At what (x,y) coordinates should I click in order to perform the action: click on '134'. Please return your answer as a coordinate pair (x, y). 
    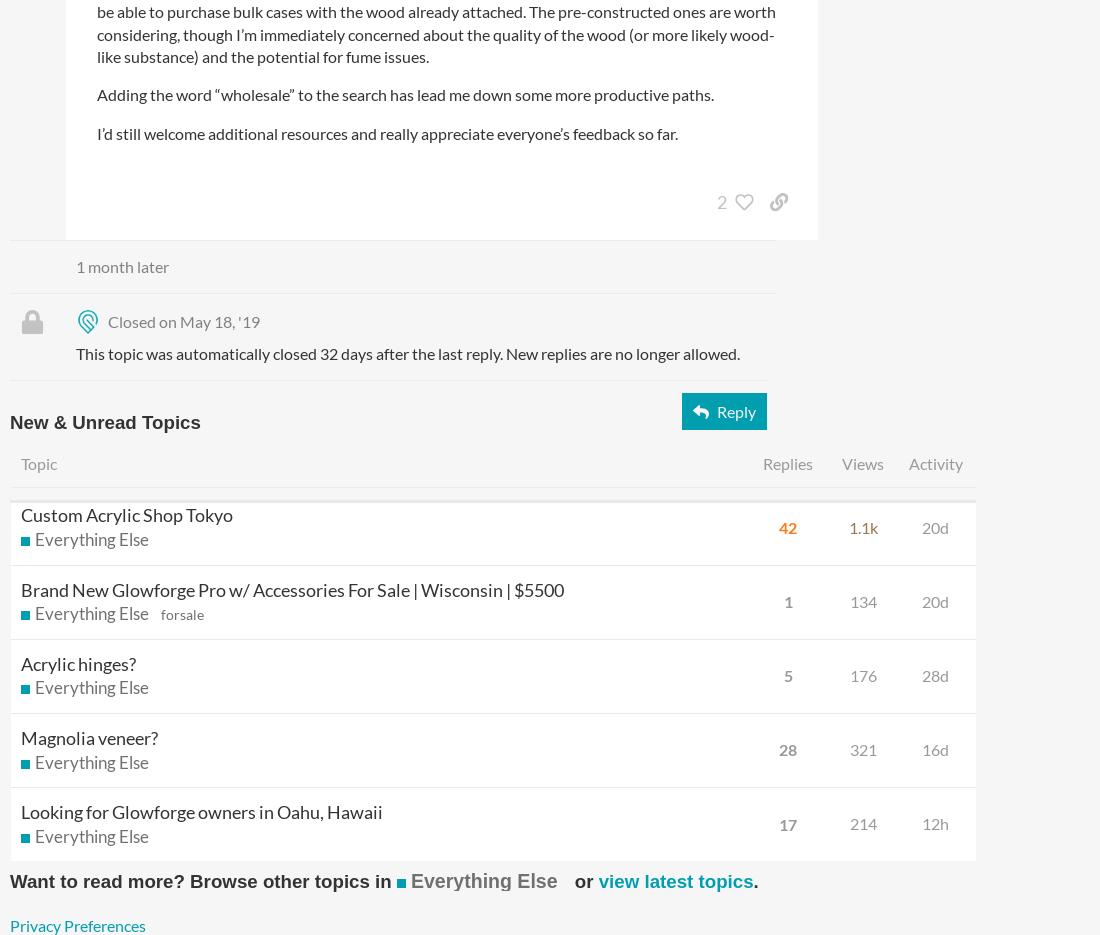
    Looking at the image, I should click on (861, 599).